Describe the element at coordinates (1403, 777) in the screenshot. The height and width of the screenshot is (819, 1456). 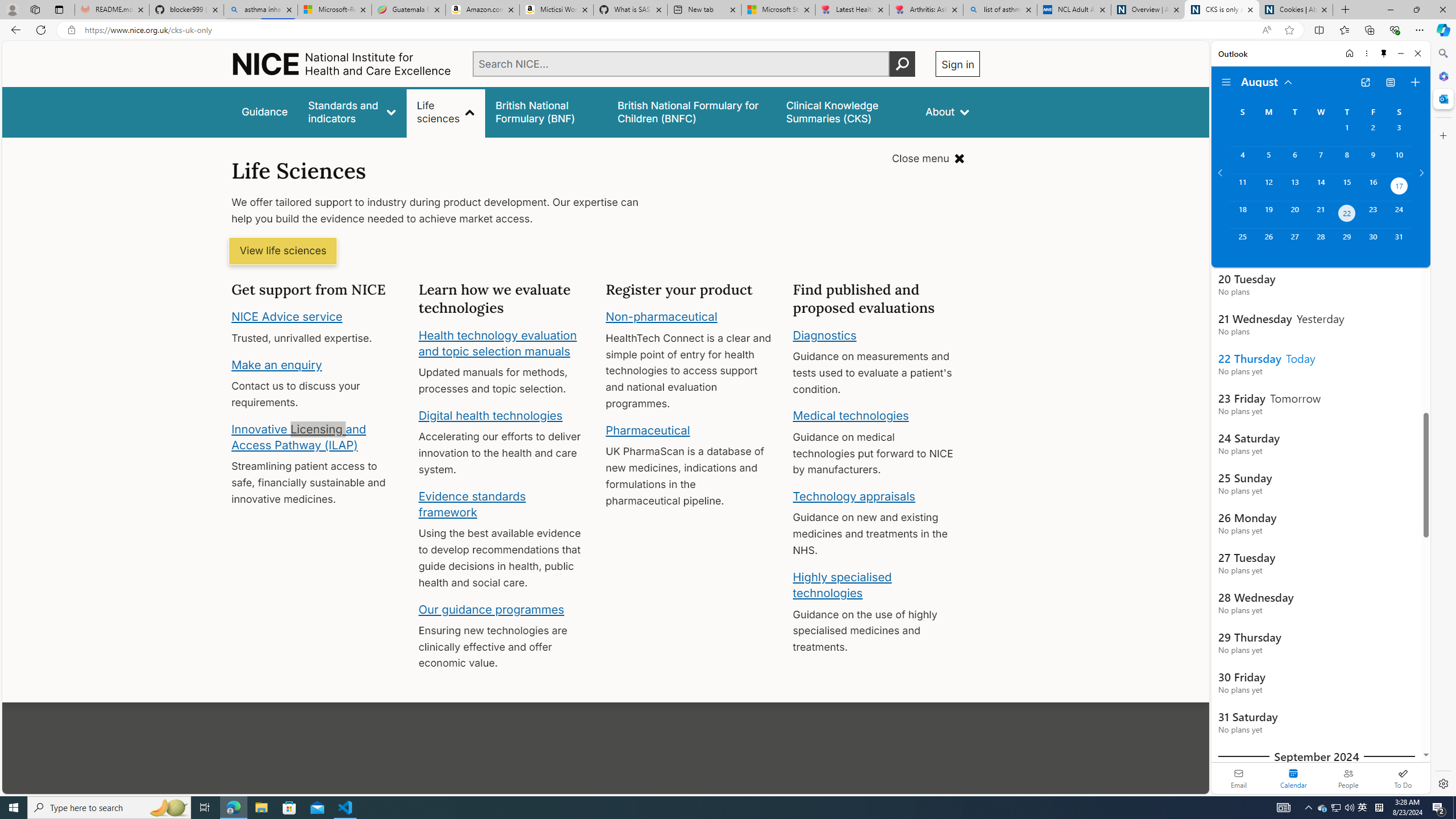
I see `'To Do'` at that location.